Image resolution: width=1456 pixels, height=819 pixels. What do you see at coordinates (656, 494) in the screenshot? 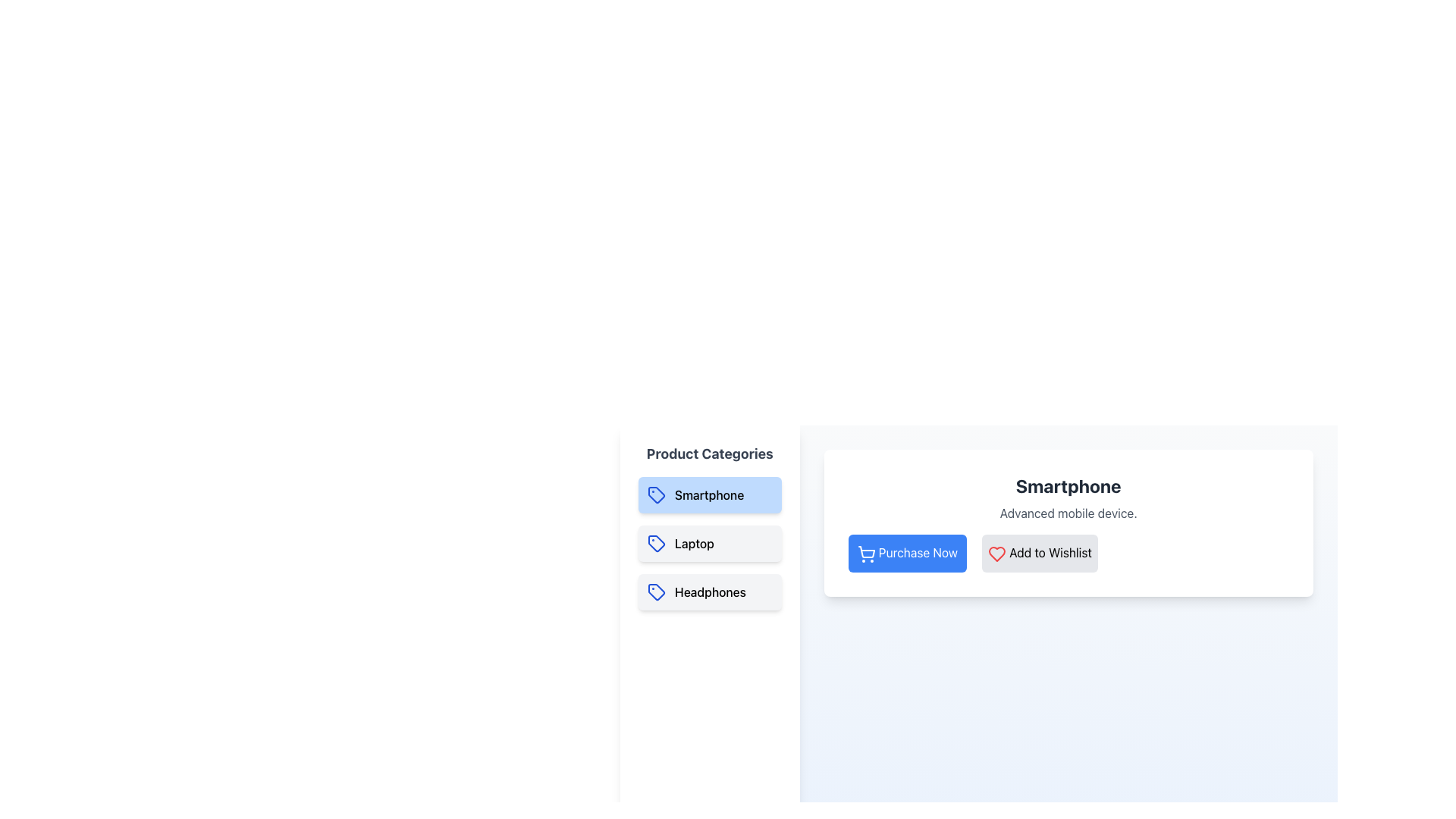
I see `the blue-gray tag icon representing the 'Smartphone' category in the sidebar` at bounding box center [656, 494].